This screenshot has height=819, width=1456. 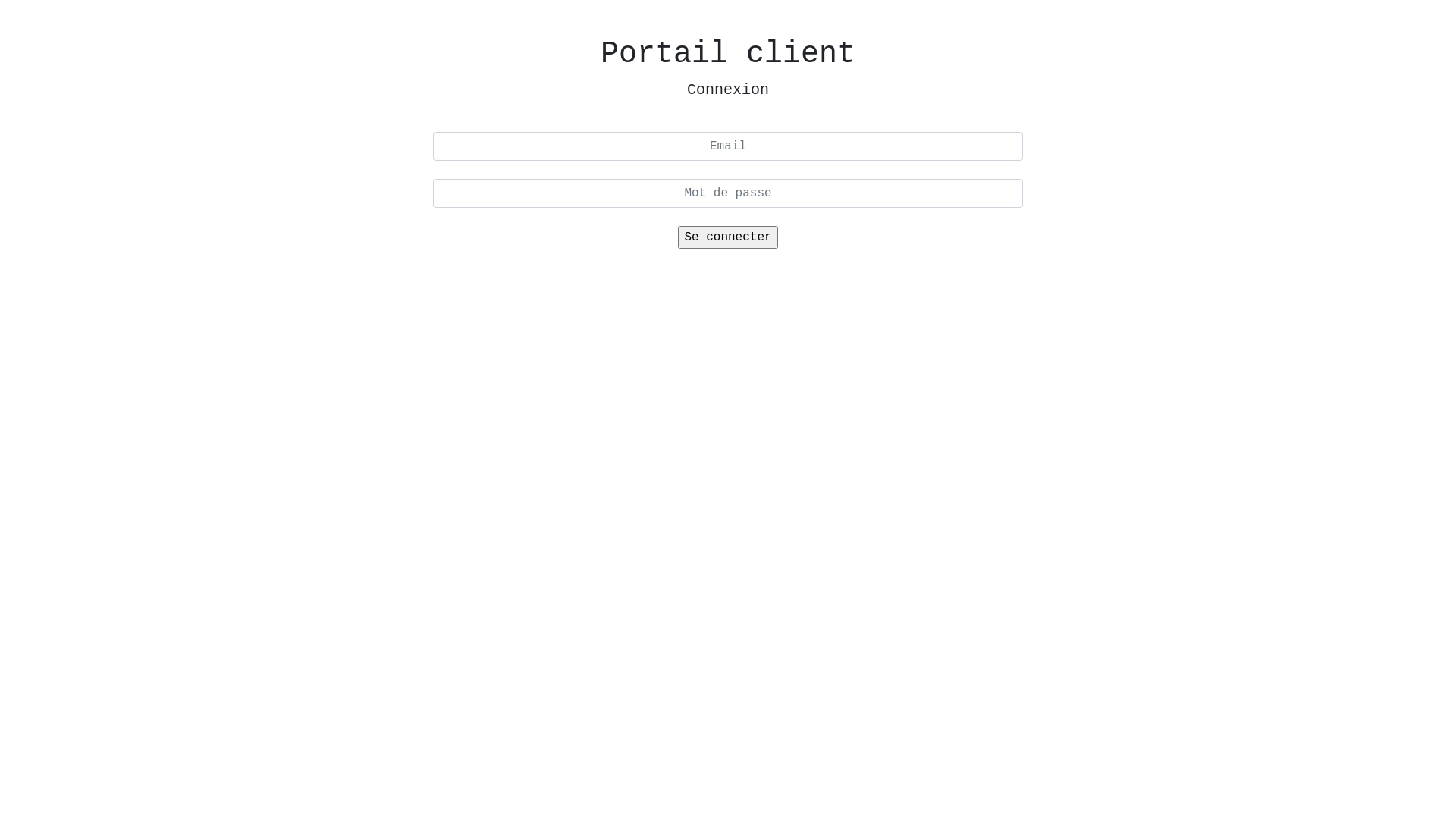 What do you see at coordinates (726, 237) in the screenshot?
I see `'Se connecter'` at bounding box center [726, 237].